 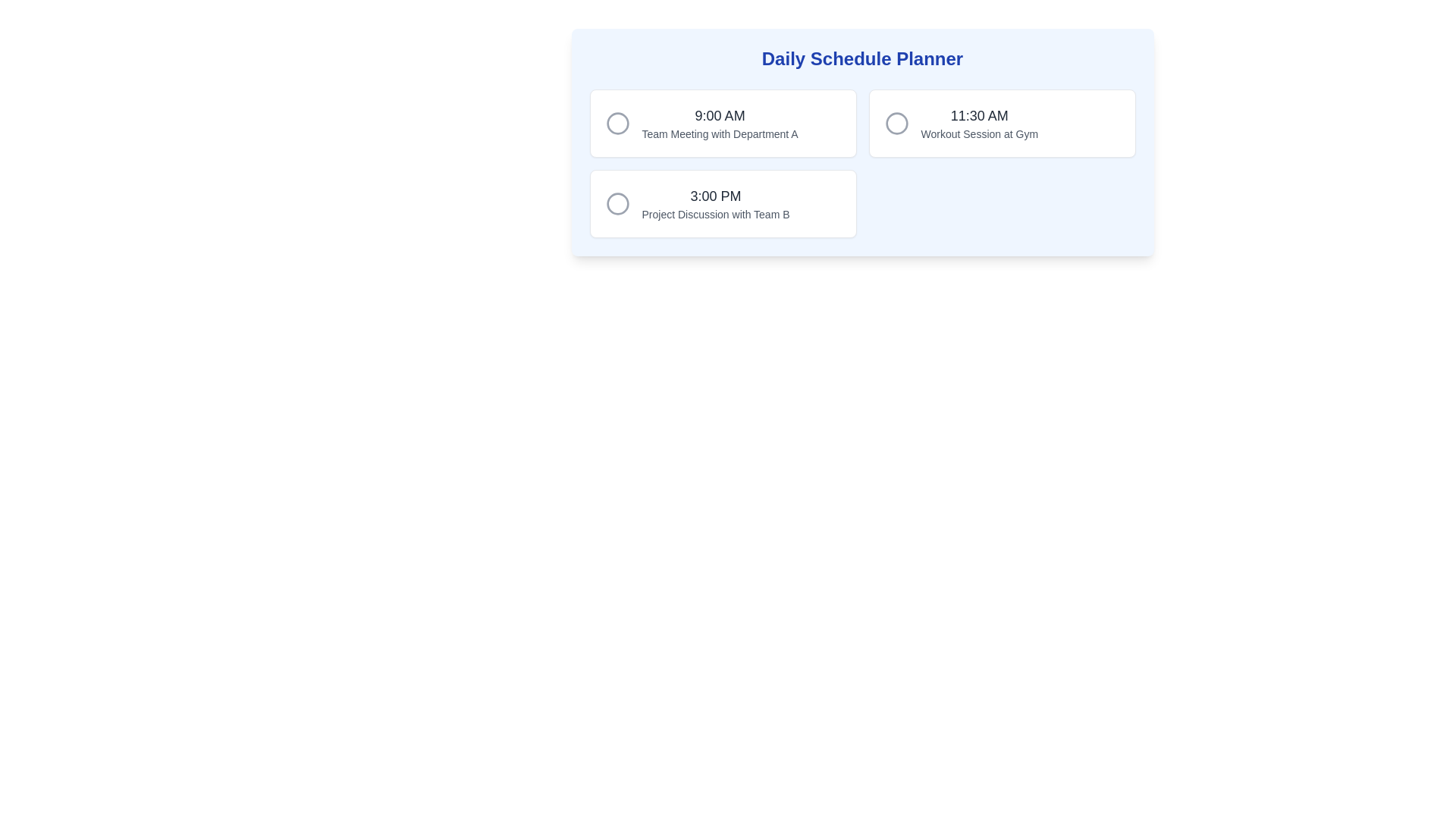 What do you see at coordinates (979, 133) in the screenshot?
I see `the text label located beneath '11:30 AM' in the top right schedule card of the planner interface to read its content` at bounding box center [979, 133].